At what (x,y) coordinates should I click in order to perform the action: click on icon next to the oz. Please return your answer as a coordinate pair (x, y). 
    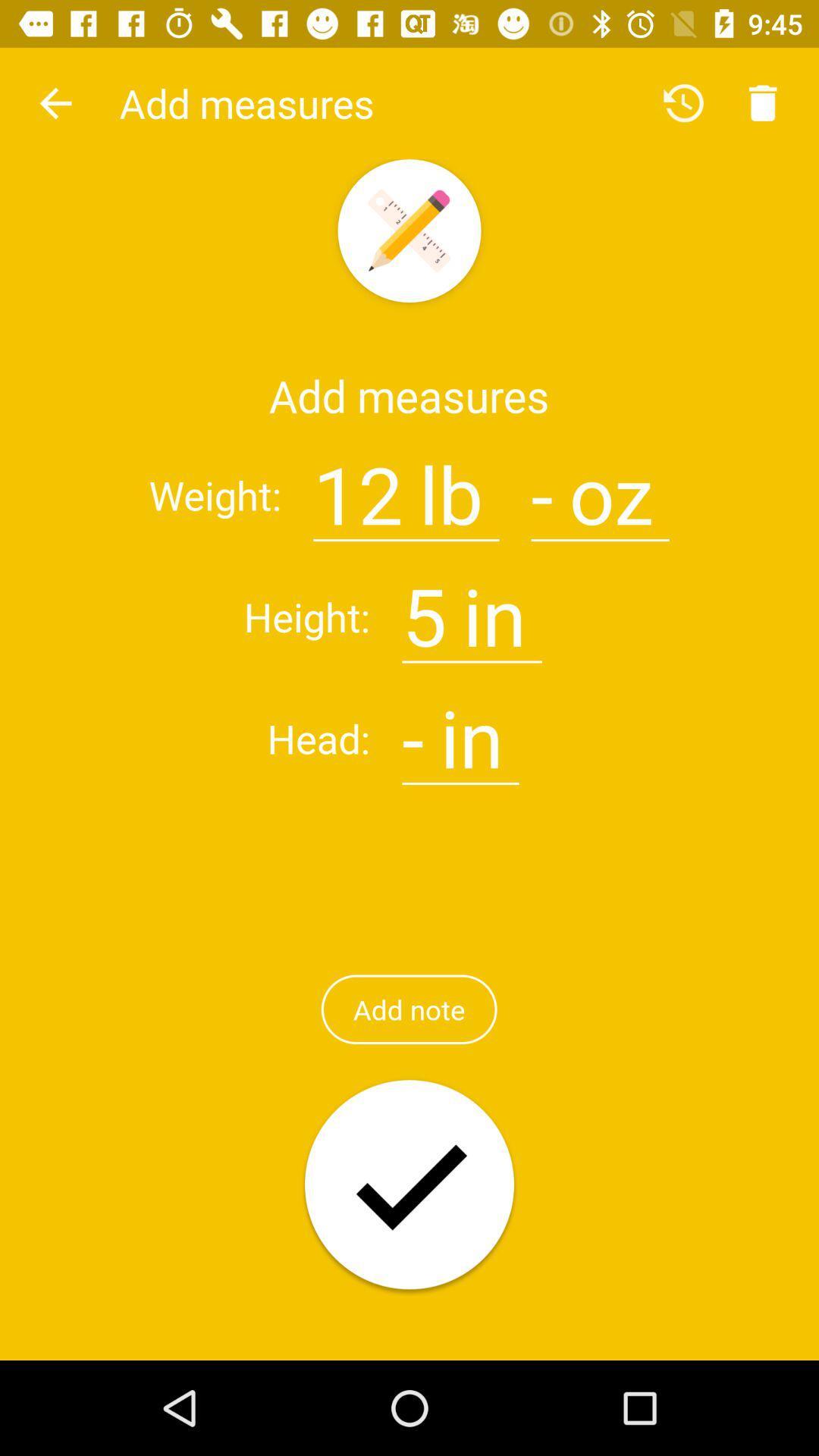
    Looking at the image, I should click on (541, 485).